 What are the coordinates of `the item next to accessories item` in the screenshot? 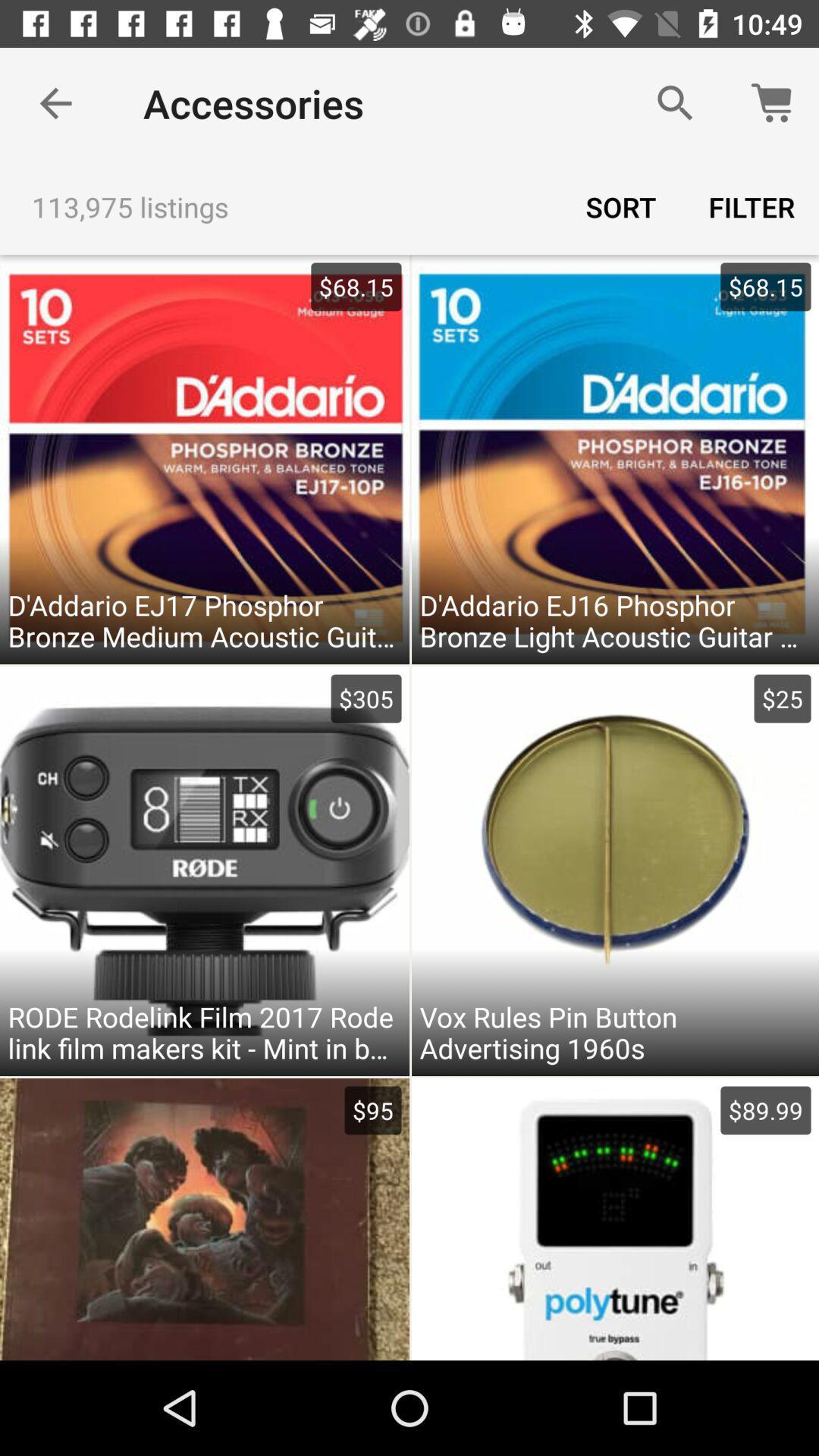 It's located at (55, 102).